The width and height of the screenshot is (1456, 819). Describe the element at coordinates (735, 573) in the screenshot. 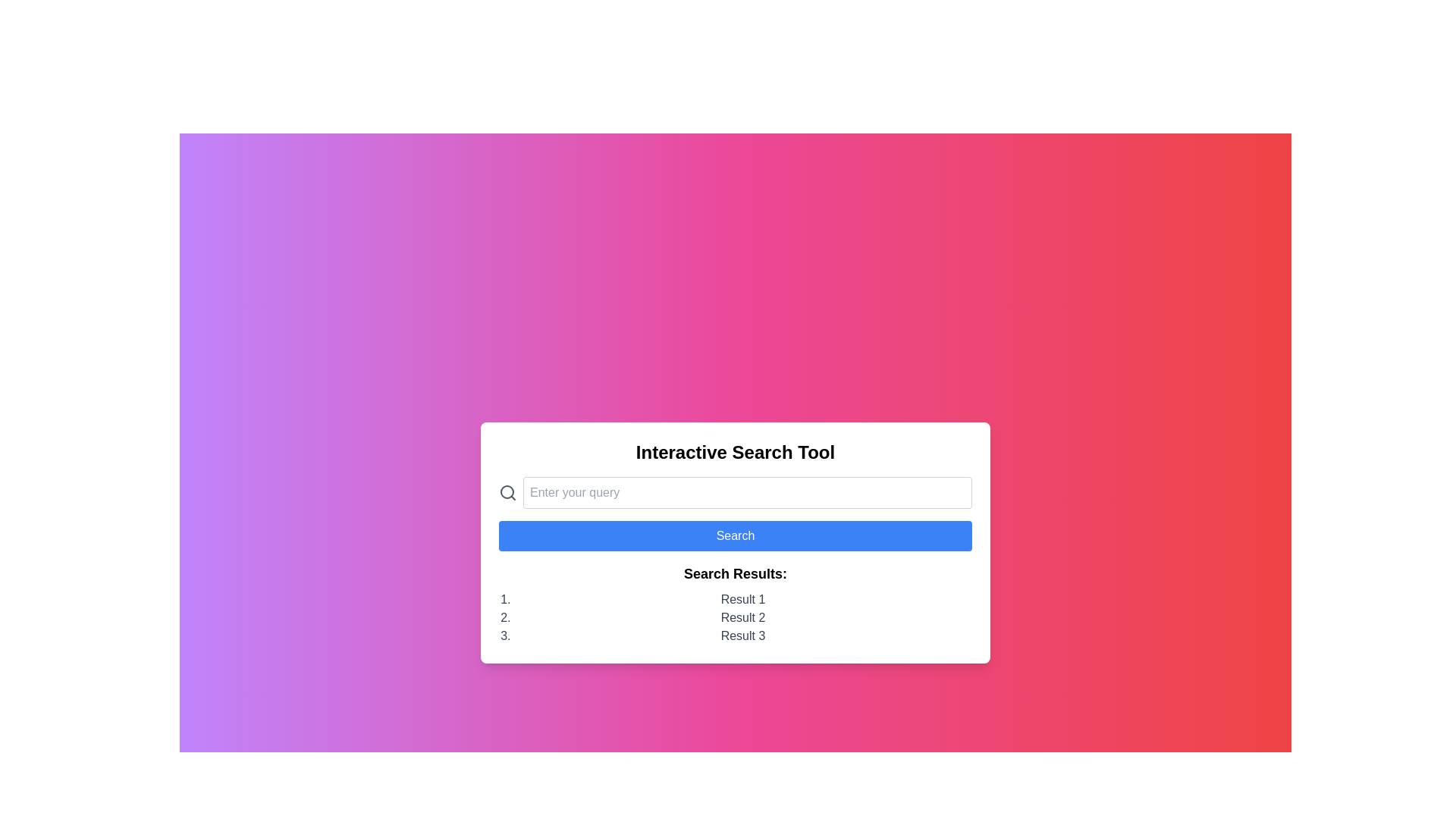

I see `the text label that serves as a heading for the search results section, positioned below the blue 'Search' button and above the numbered list of search results` at that location.